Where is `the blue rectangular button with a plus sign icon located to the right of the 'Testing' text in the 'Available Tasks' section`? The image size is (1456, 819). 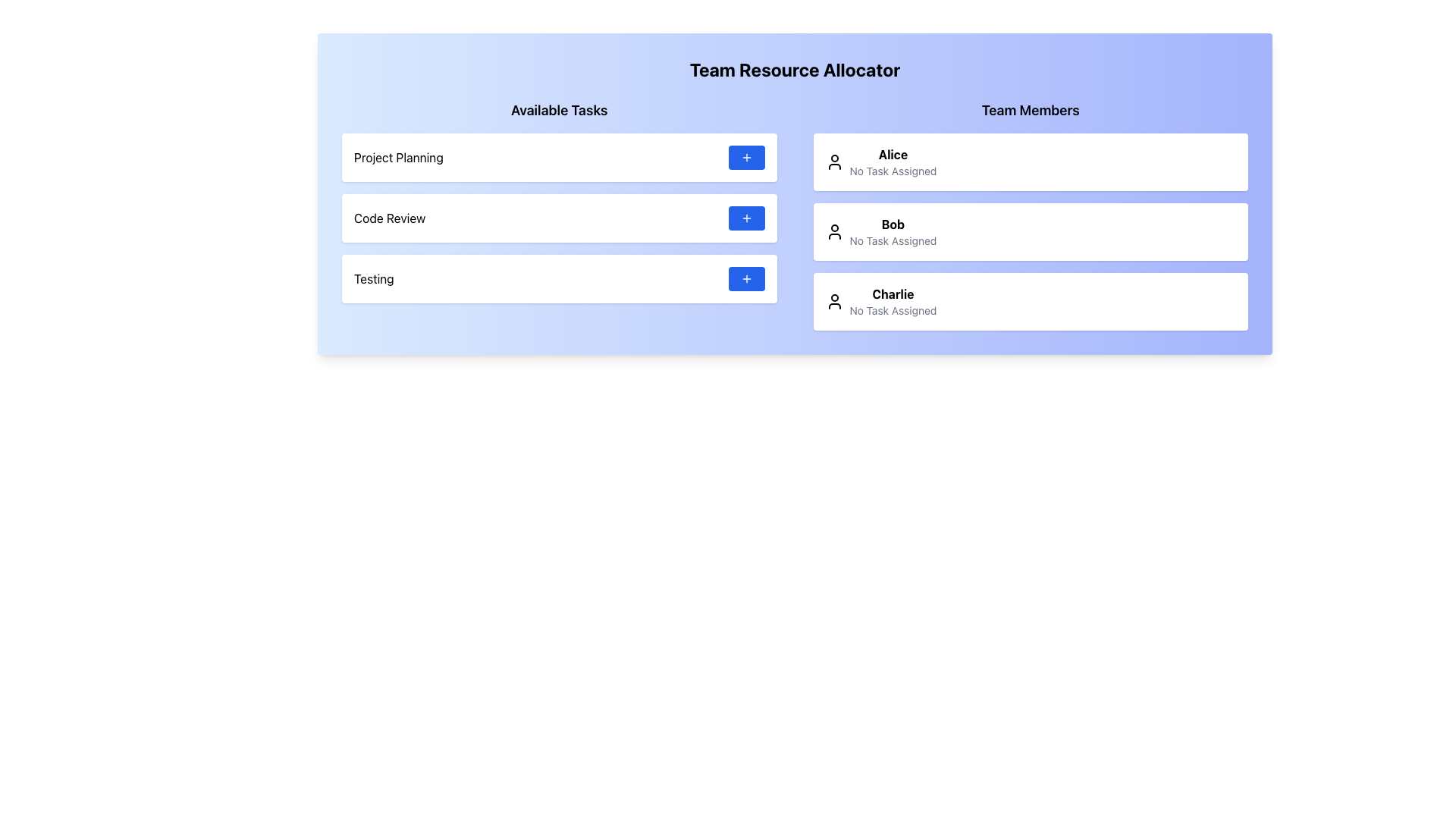 the blue rectangular button with a plus sign icon located to the right of the 'Testing' text in the 'Available Tasks' section is located at coordinates (746, 278).